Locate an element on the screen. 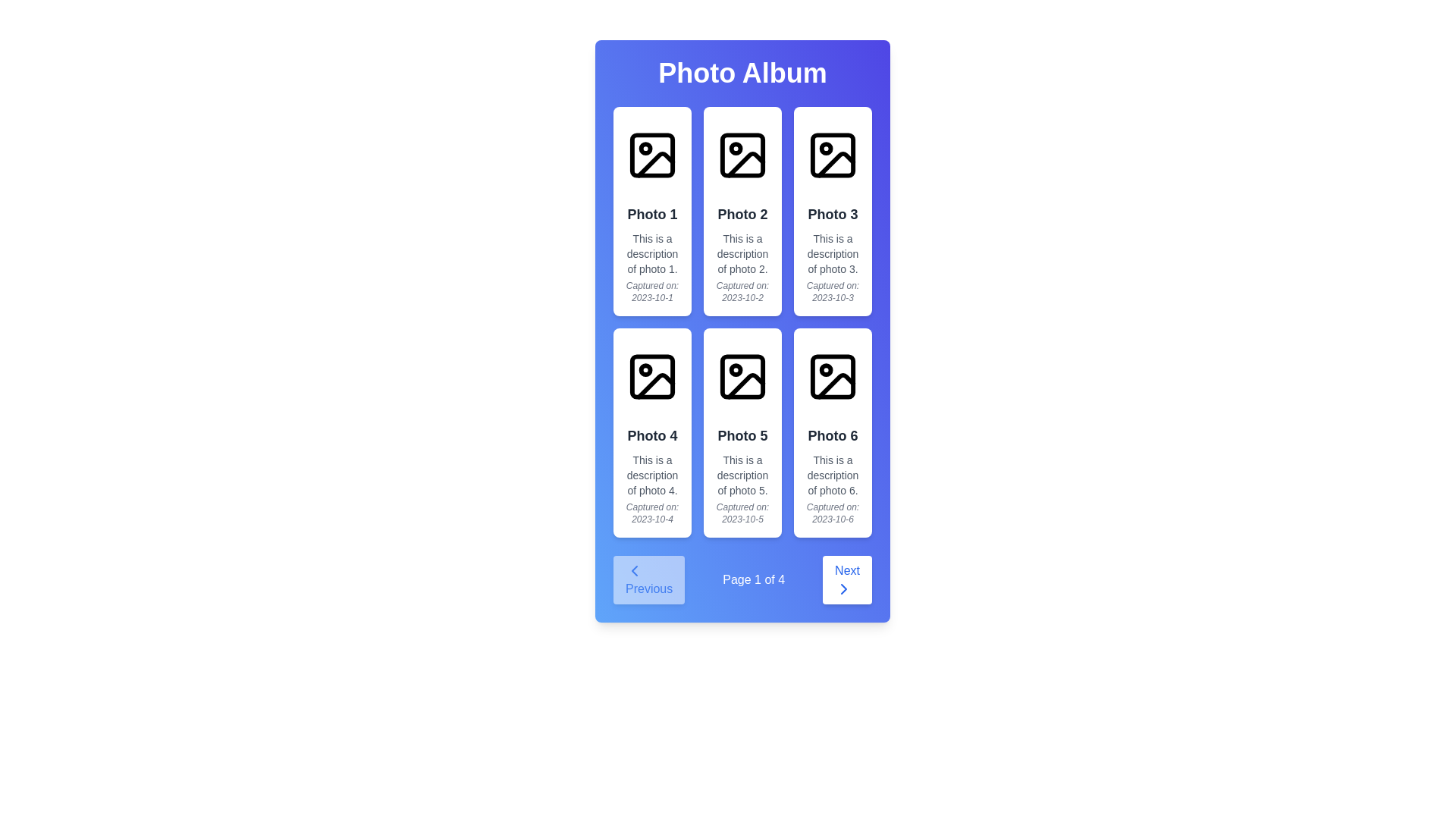 The image size is (1456, 819). the text label styled in small italic font, colored light gray, containing the text 'Captured on: 2023-10-2', located at the bottom of the 'Photo 2' card is located at coordinates (742, 292).